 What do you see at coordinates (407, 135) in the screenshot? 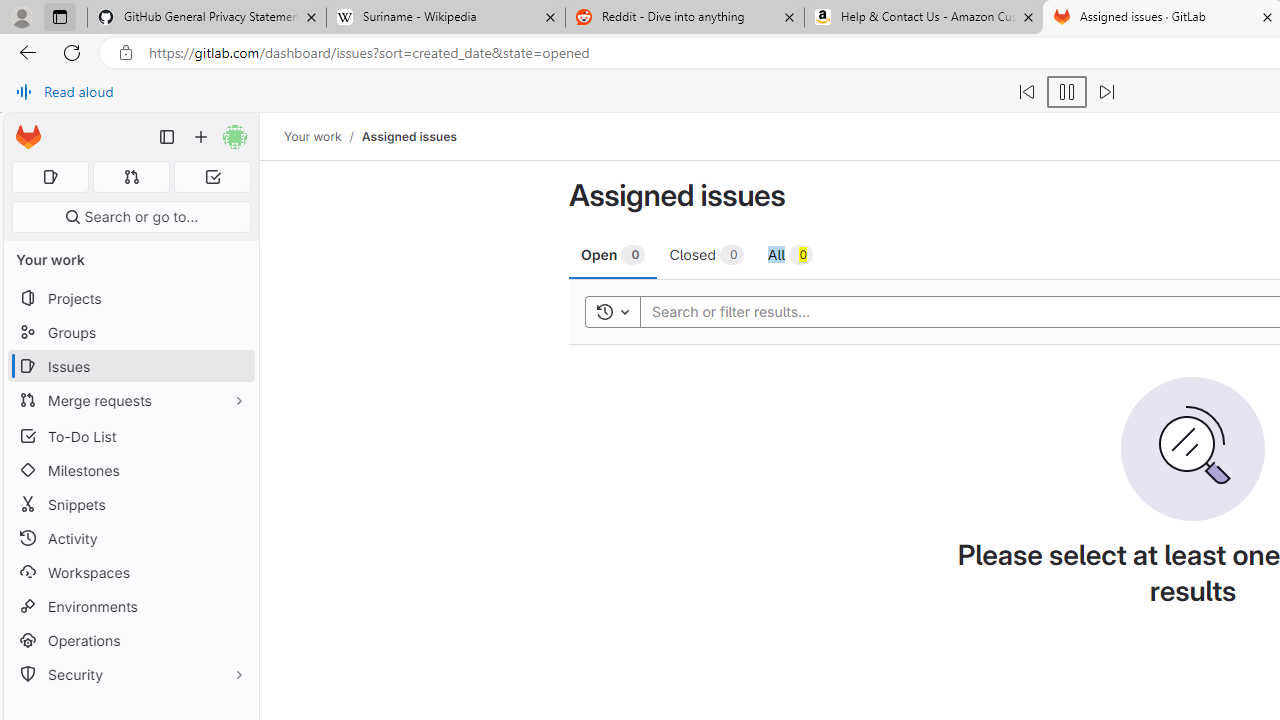
I see `'Assigned issues'` at bounding box center [407, 135].